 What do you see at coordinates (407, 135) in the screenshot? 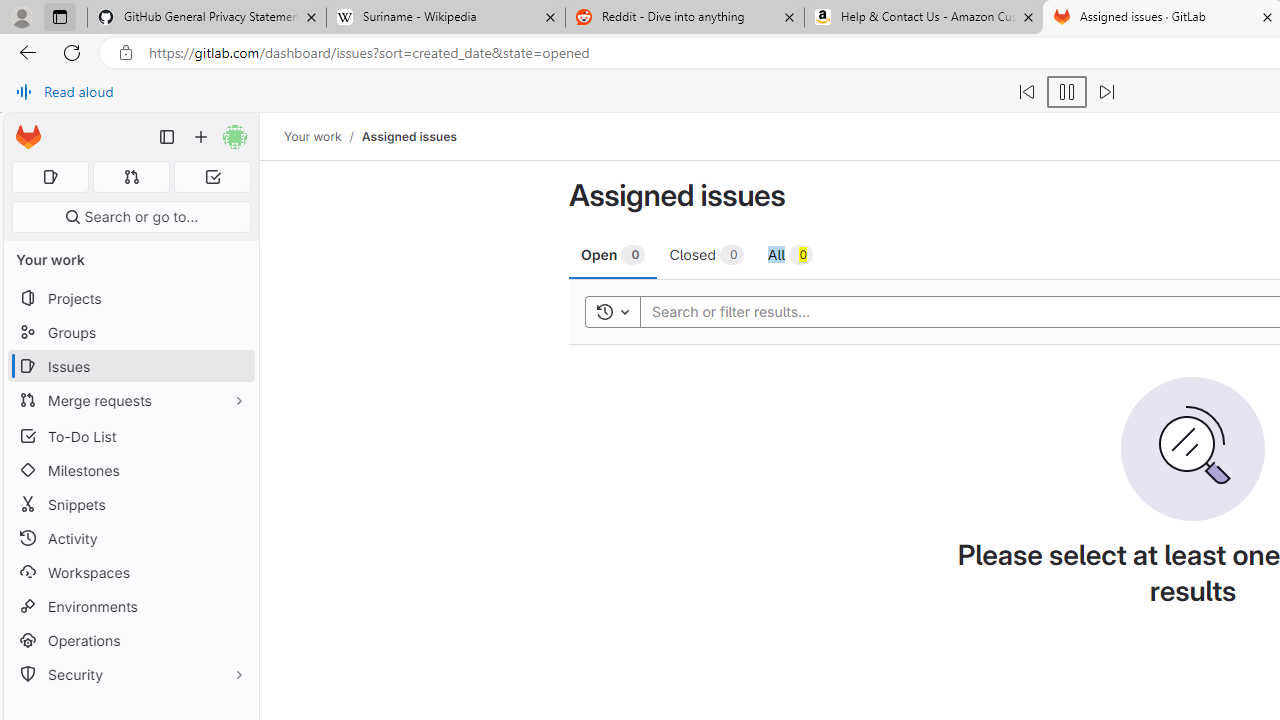
I see `'Assigned issues'` at bounding box center [407, 135].